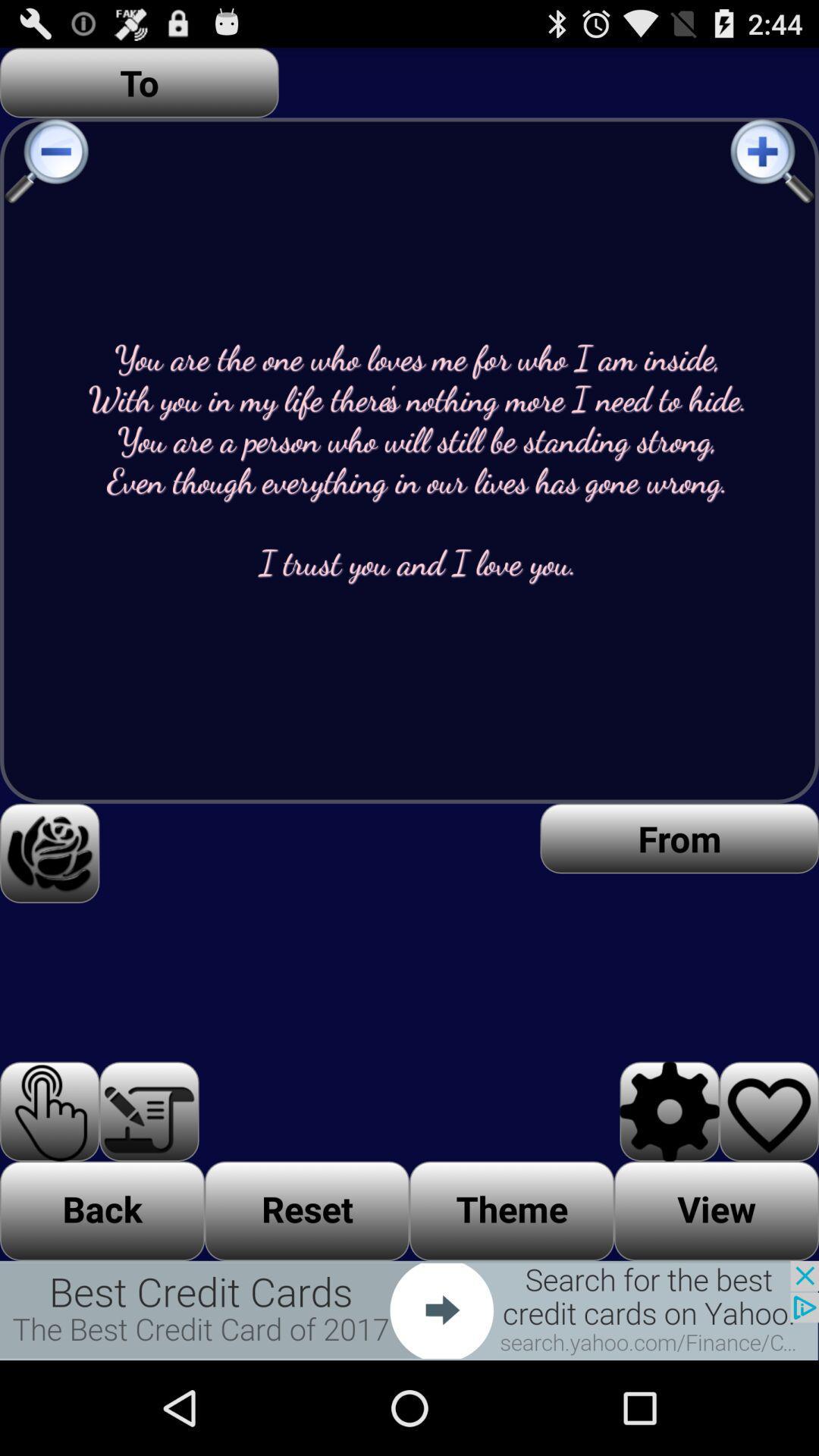  I want to click on advertisement link, so click(409, 1310).